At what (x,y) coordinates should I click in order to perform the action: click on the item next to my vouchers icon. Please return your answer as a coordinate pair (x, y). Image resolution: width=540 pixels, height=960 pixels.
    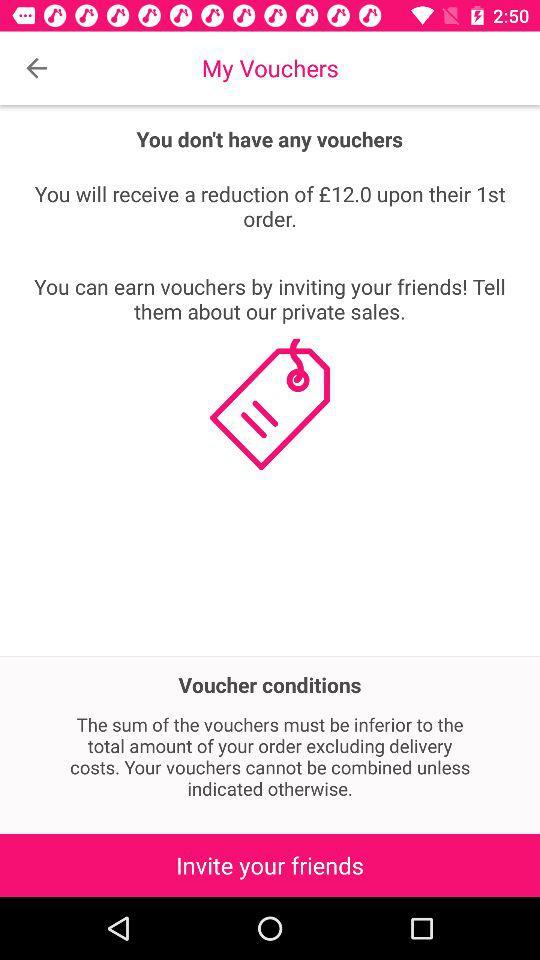
    Looking at the image, I should click on (36, 68).